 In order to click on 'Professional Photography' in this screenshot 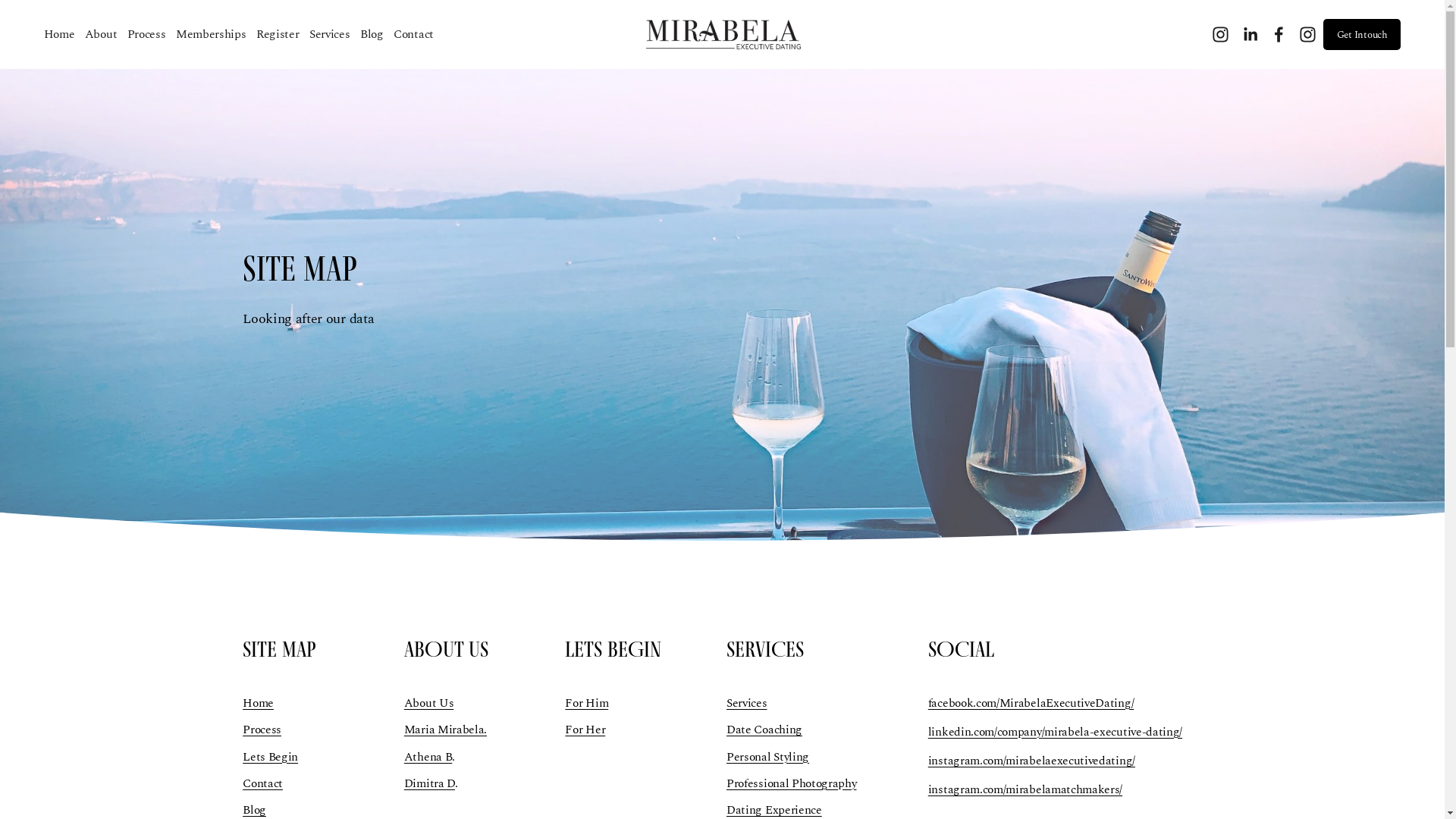, I will do `click(790, 783)`.